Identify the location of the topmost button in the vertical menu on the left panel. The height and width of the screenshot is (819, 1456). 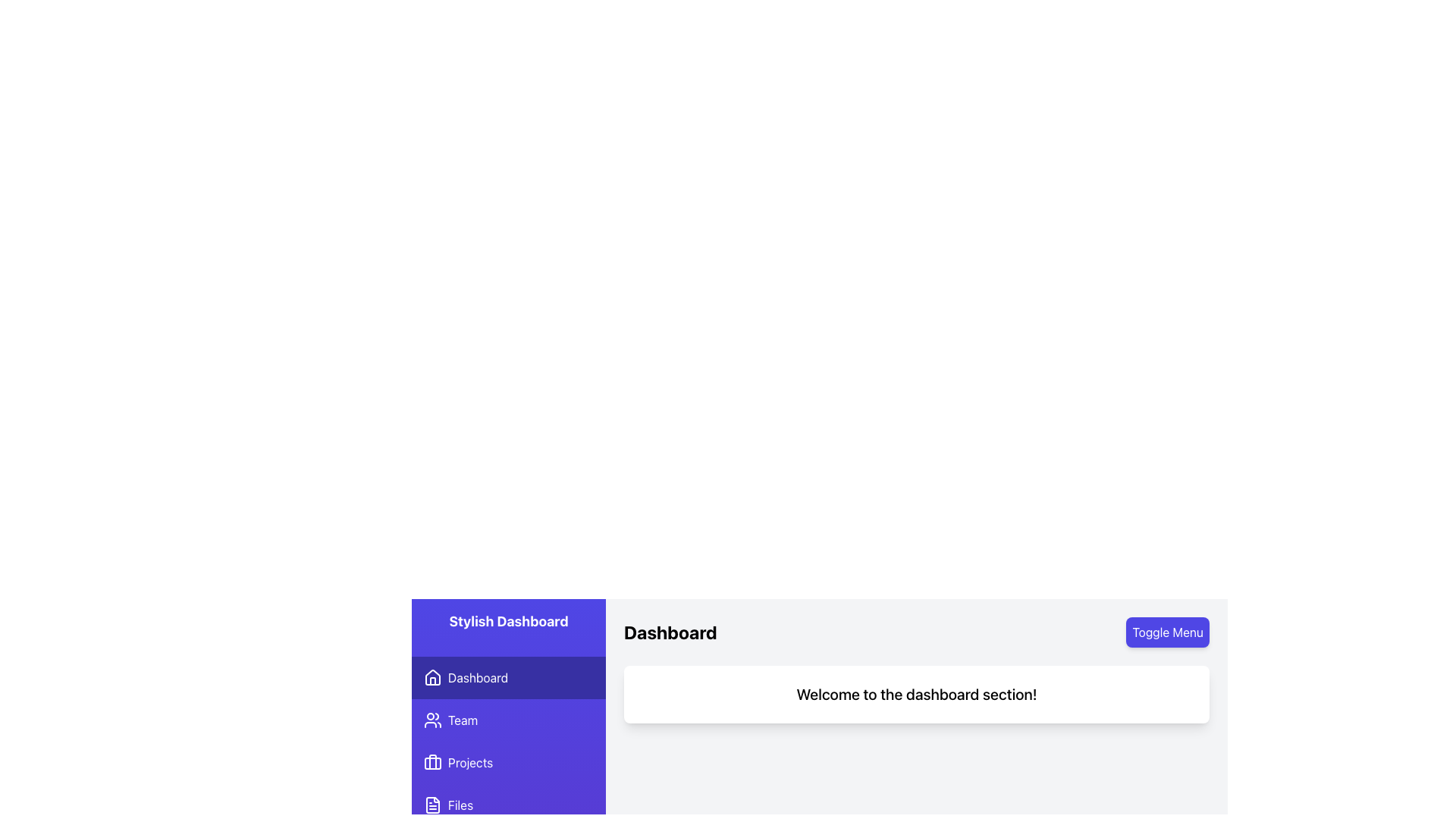
(509, 677).